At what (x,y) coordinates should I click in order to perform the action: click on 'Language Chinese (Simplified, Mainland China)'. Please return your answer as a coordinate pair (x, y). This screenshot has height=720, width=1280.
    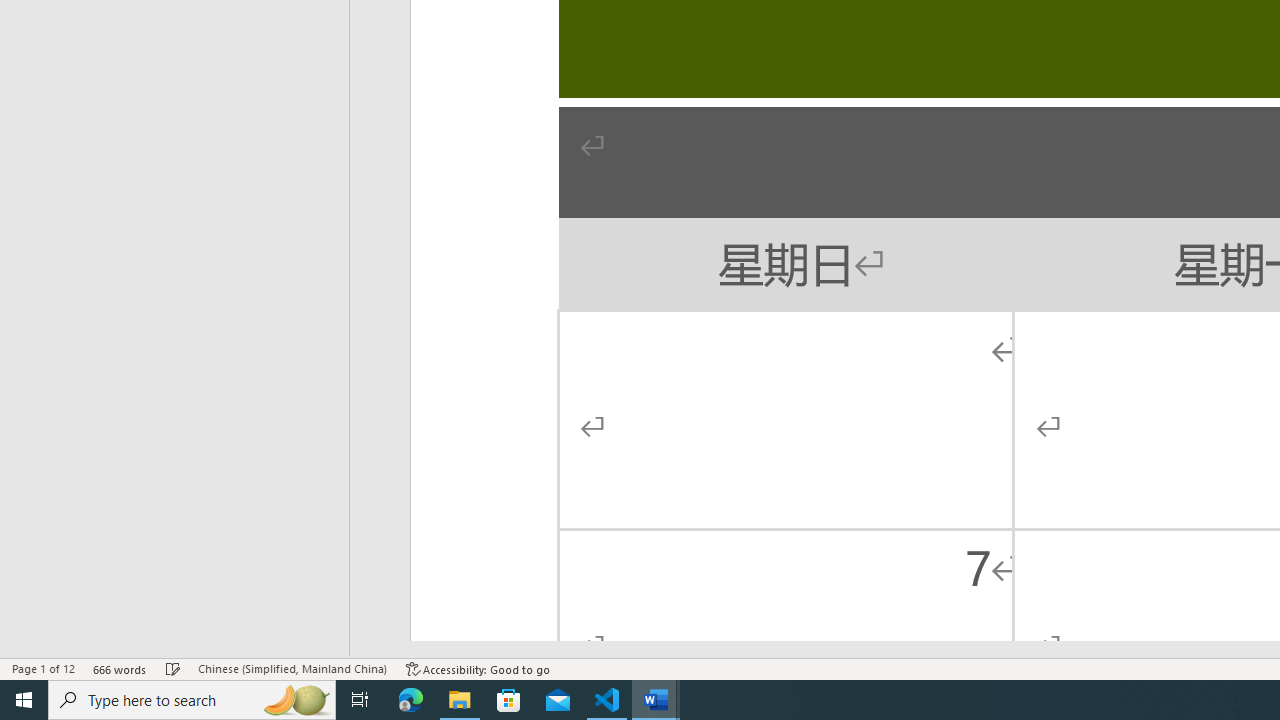
    Looking at the image, I should click on (291, 669).